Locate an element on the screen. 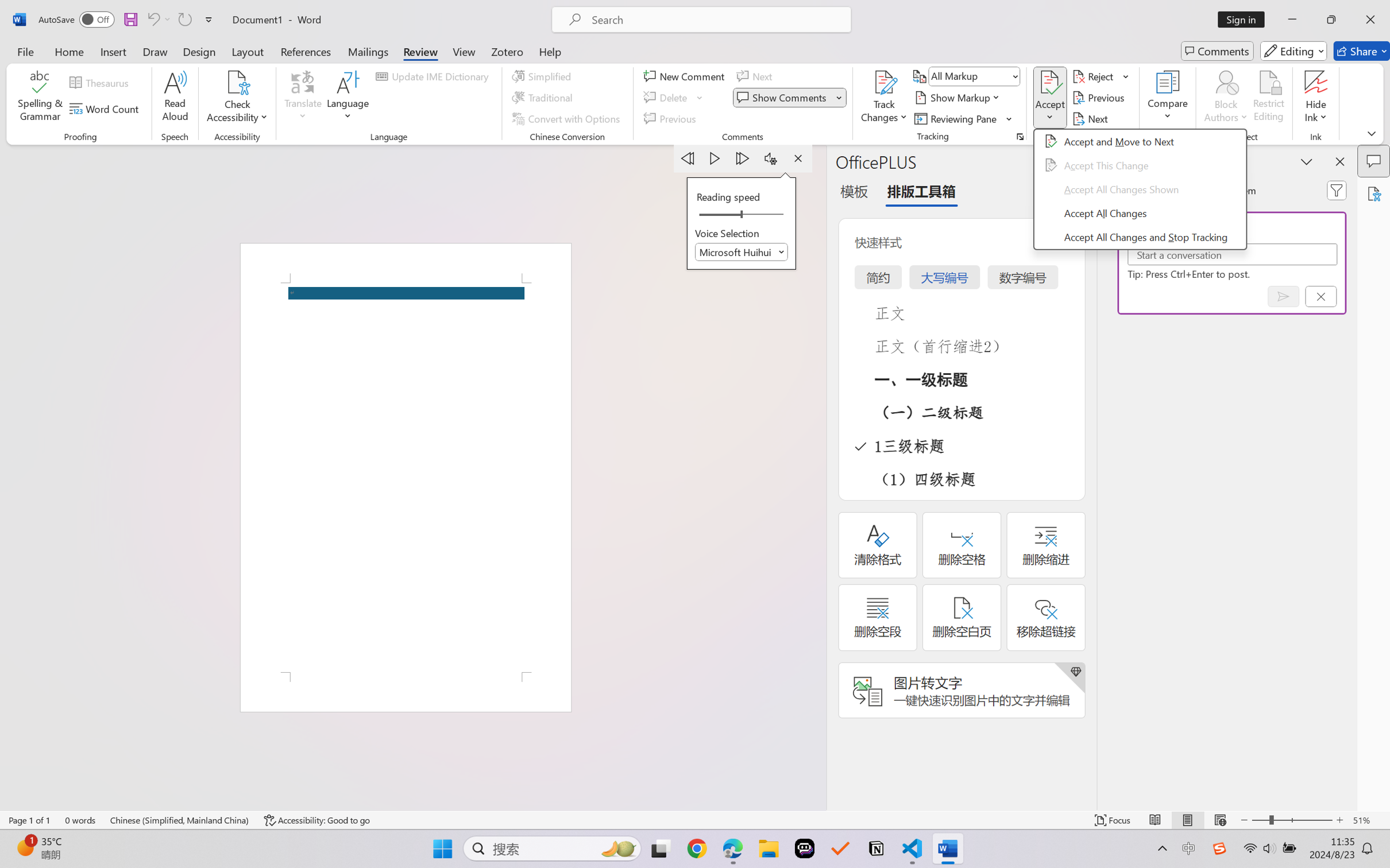 Image resolution: width=1390 pixels, height=868 pixels. 'Voice Selection' is located at coordinates (740, 251).